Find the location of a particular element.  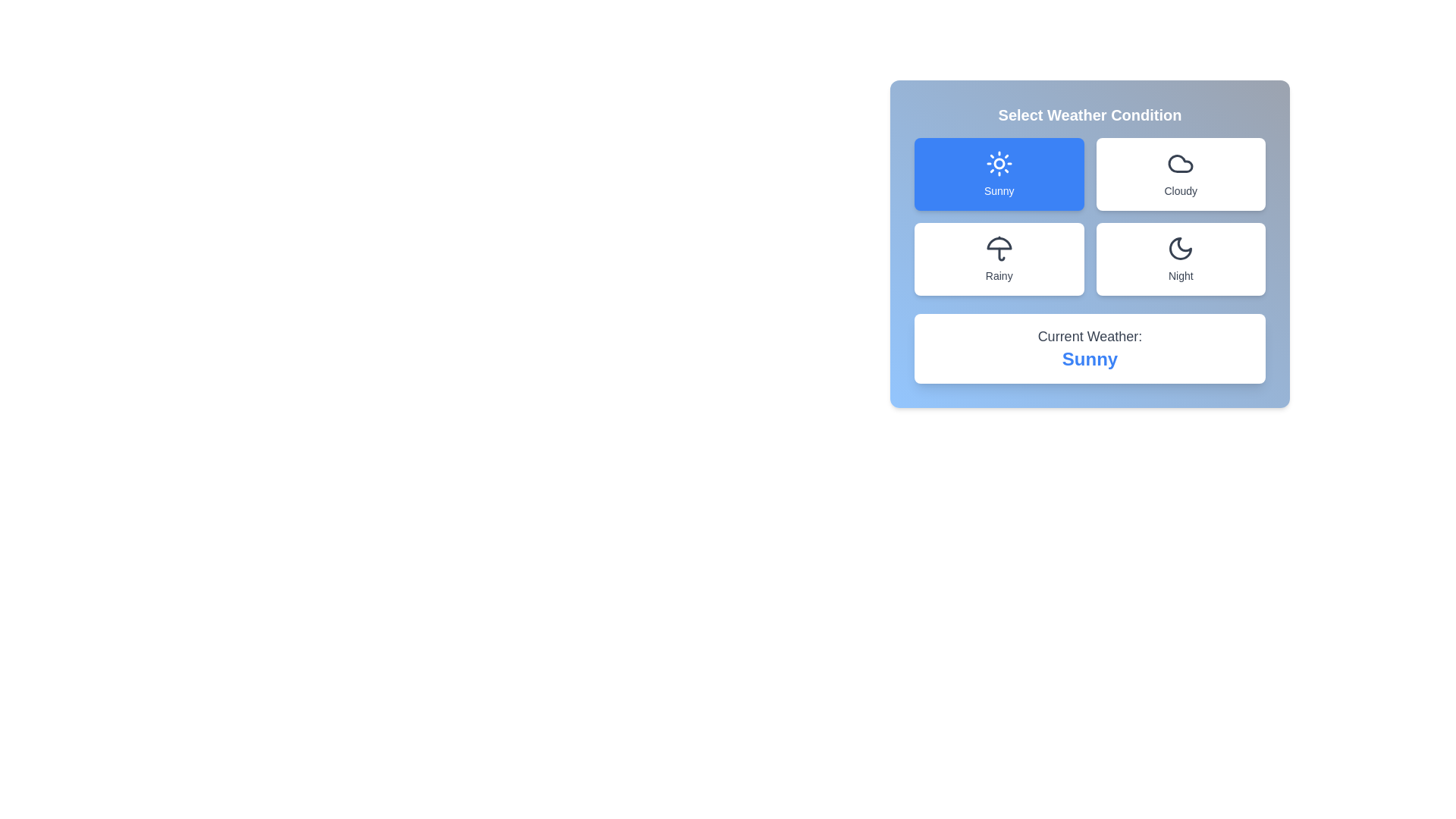

the weather condition Rainy by clicking the corresponding button is located at coordinates (999, 259).